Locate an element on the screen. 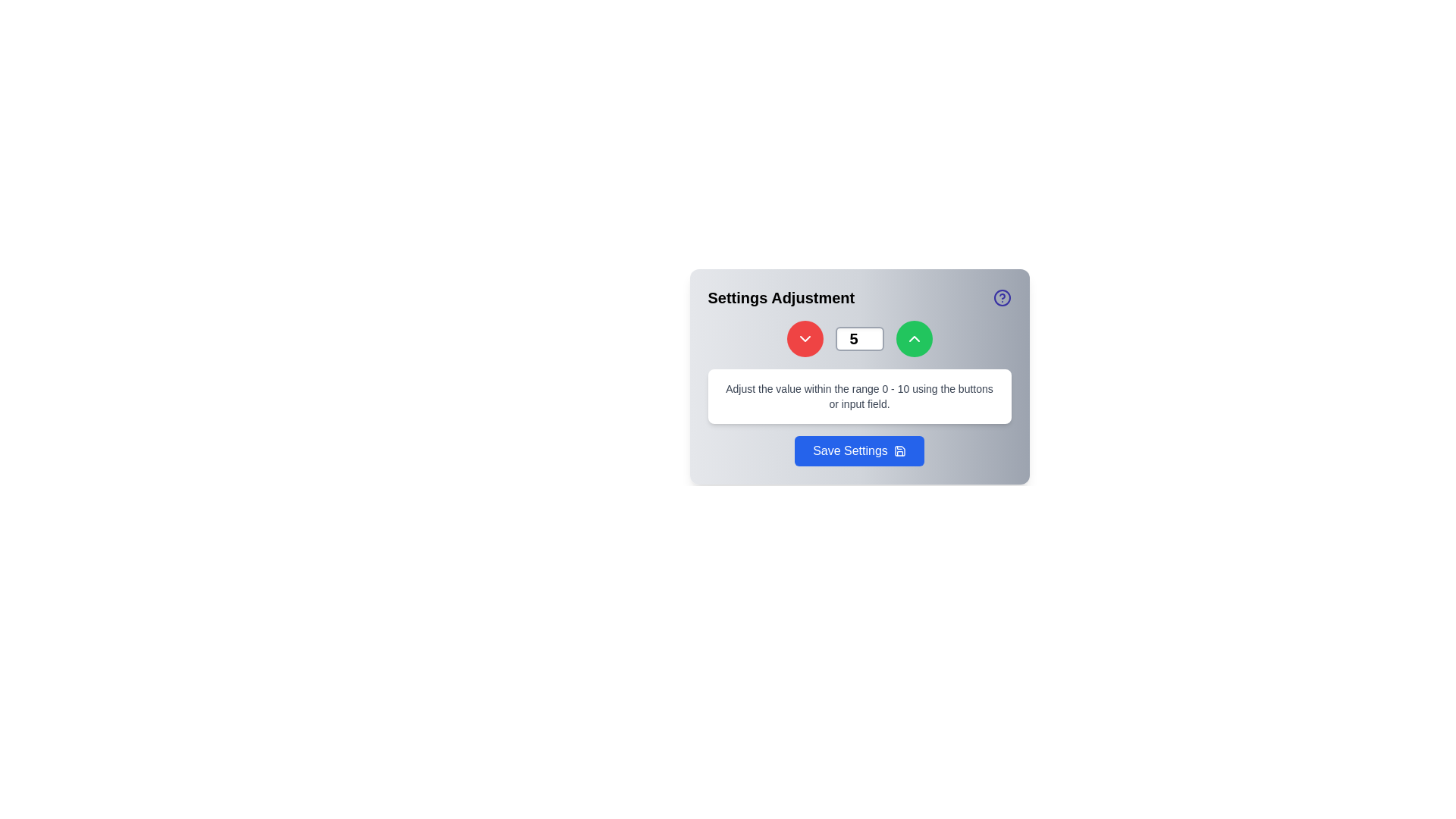 The image size is (1456, 819). the numerical settings adjustment panel located at the center of the modal is located at coordinates (859, 376).